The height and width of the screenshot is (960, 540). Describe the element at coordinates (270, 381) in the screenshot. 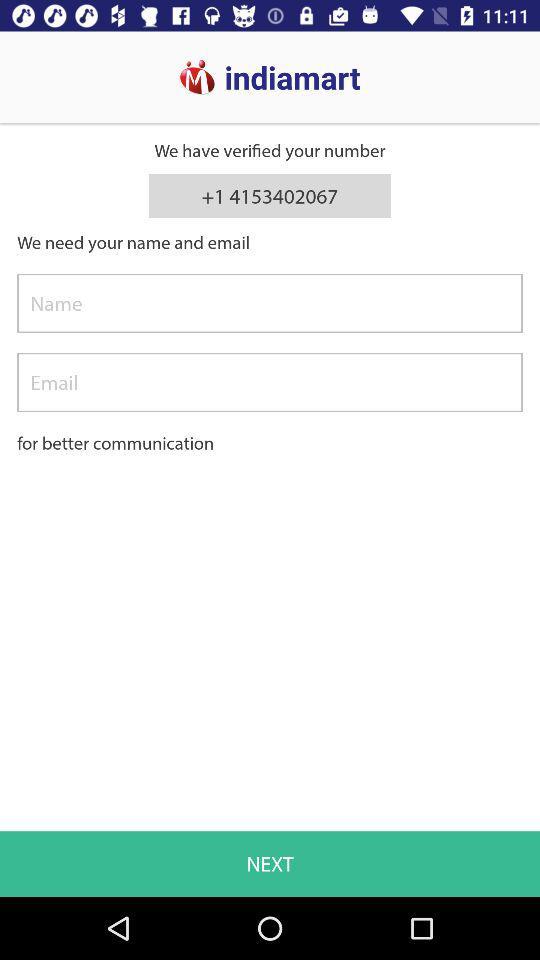

I see `type the email` at that location.